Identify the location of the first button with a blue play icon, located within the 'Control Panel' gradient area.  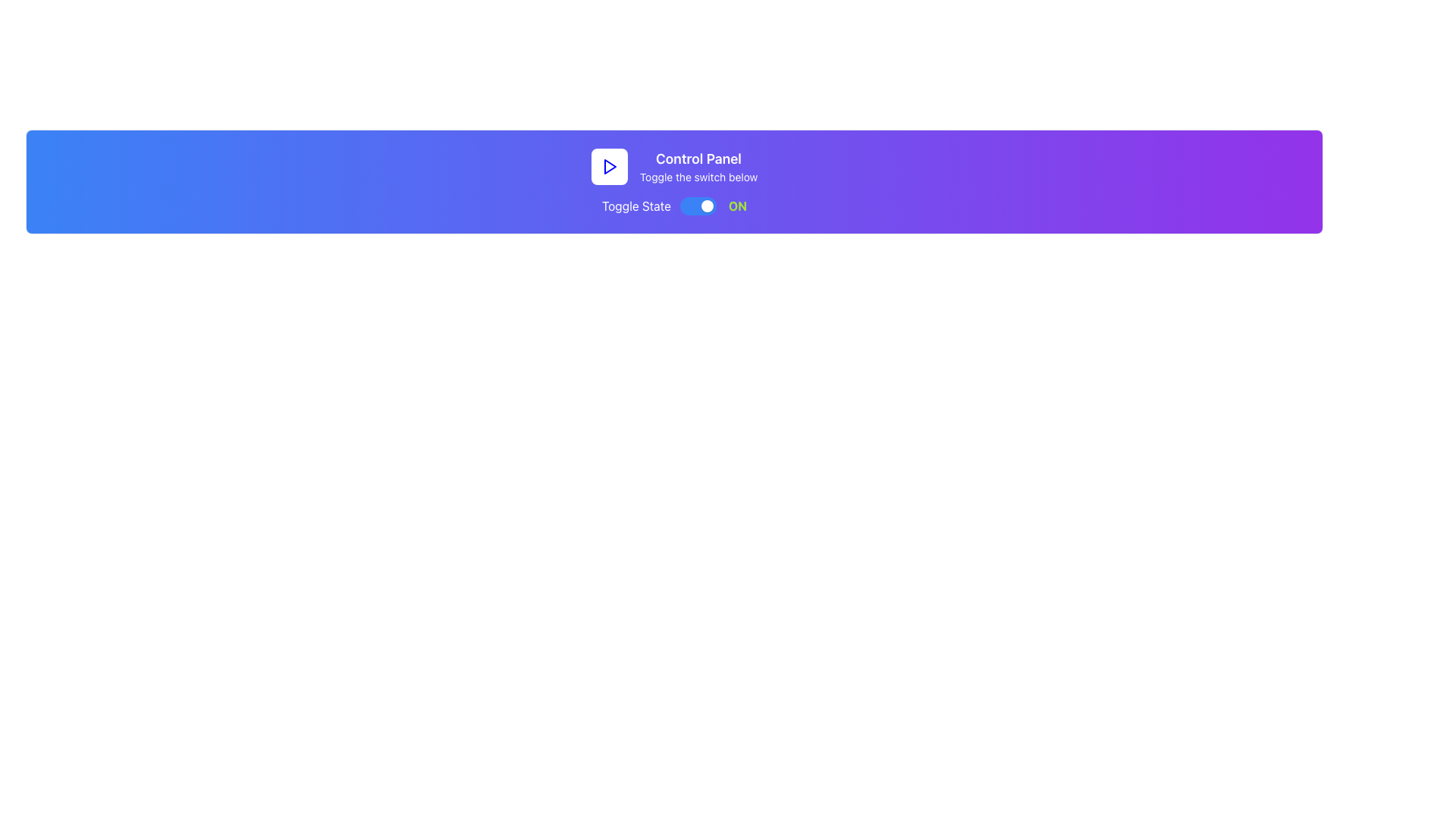
(609, 166).